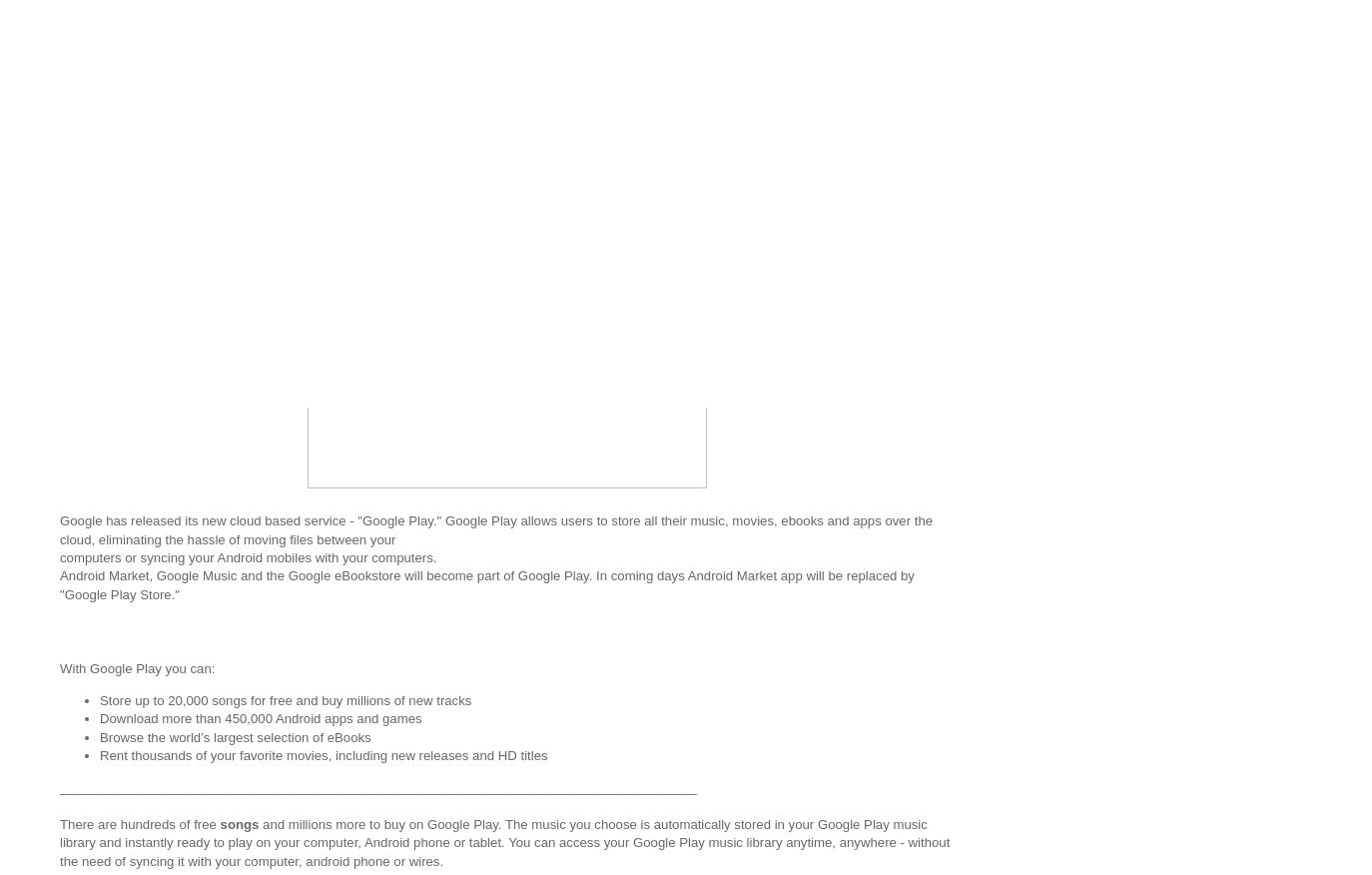 The width and height of the screenshot is (1372, 875). What do you see at coordinates (234, 736) in the screenshot?
I see `'Browse the world’s largest selection of eBooks'` at bounding box center [234, 736].